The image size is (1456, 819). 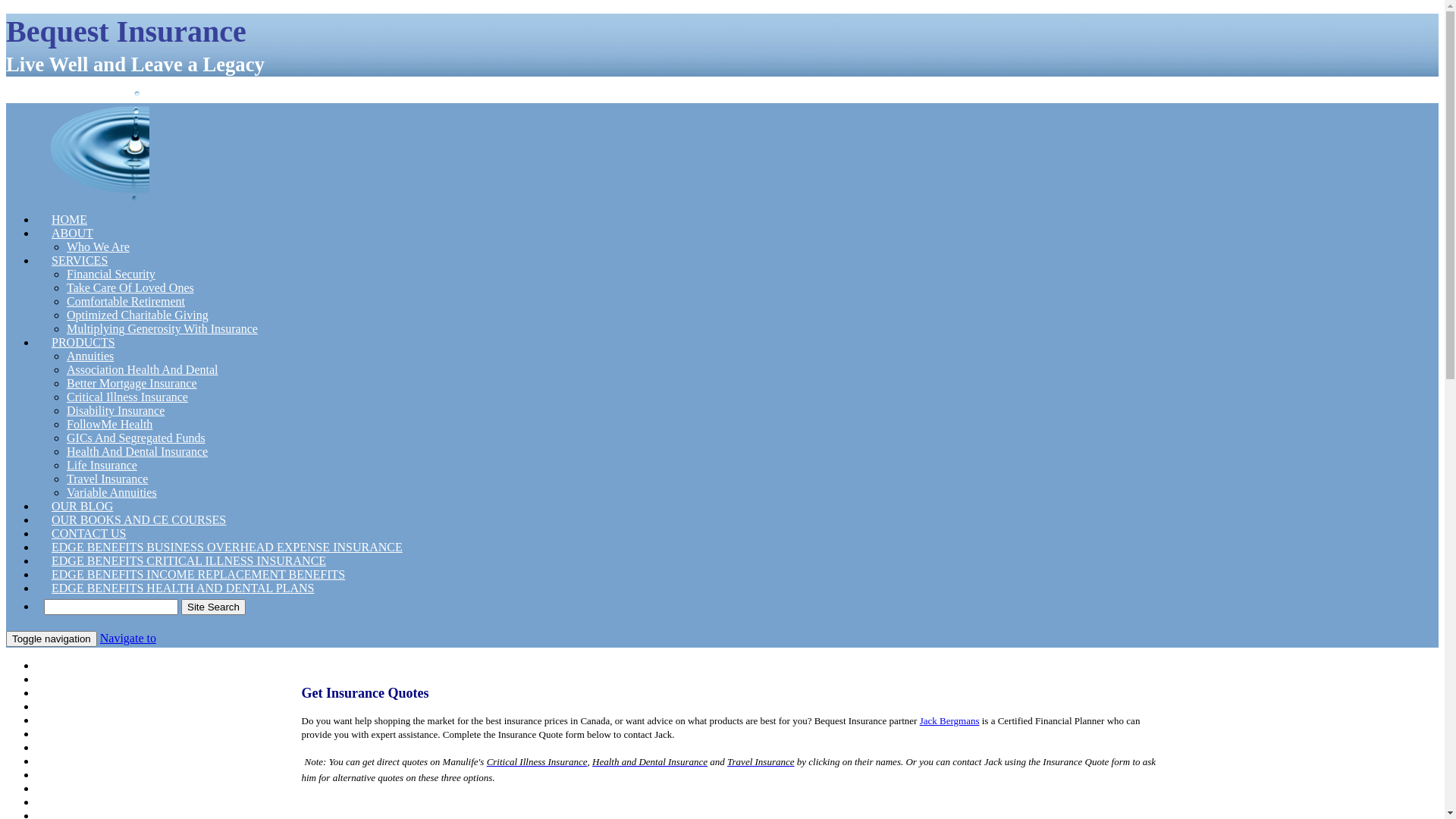 I want to click on 'Financial Security', so click(x=110, y=274).